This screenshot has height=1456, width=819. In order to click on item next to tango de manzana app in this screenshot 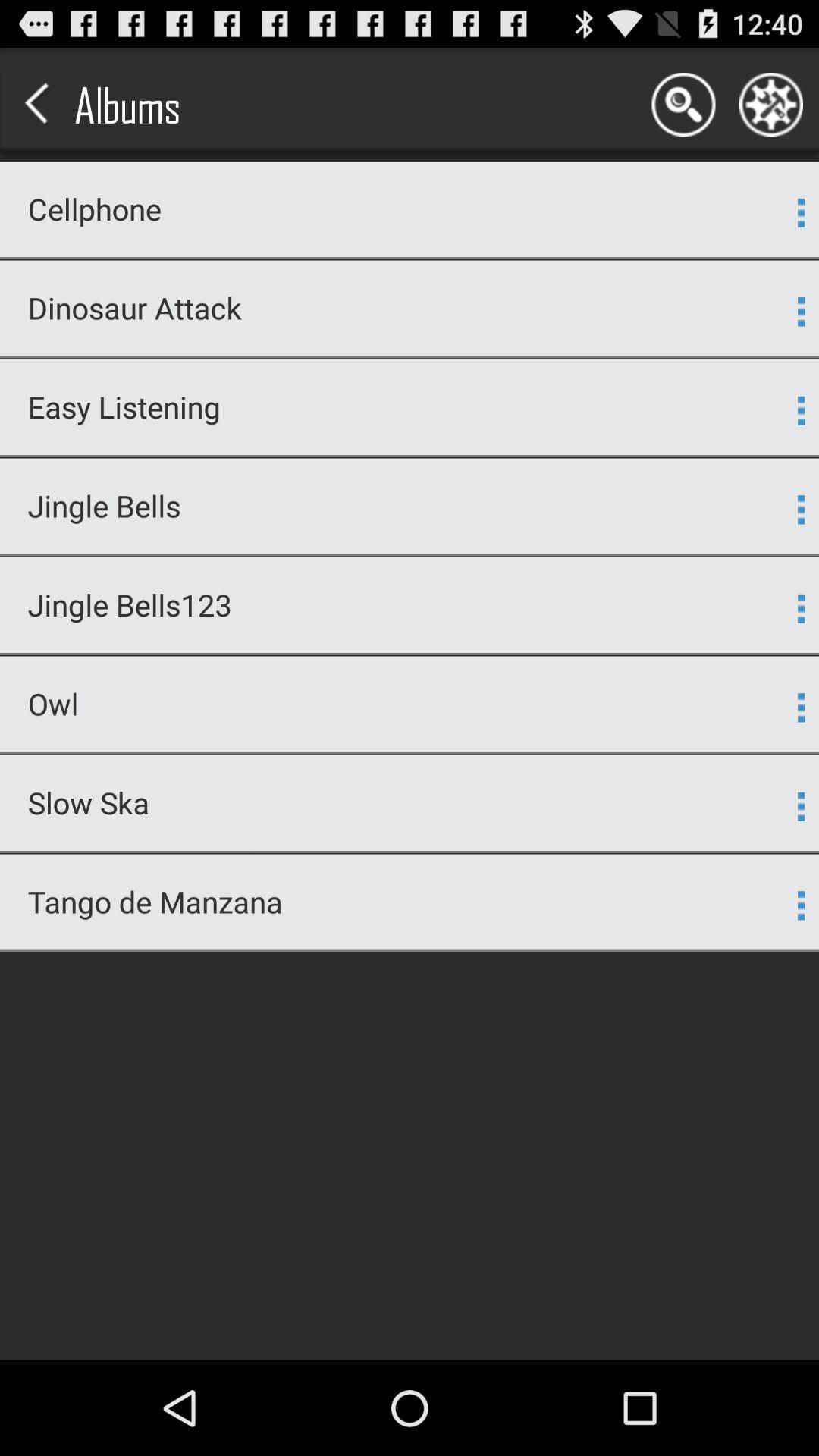, I will do `click(800, 905)`.